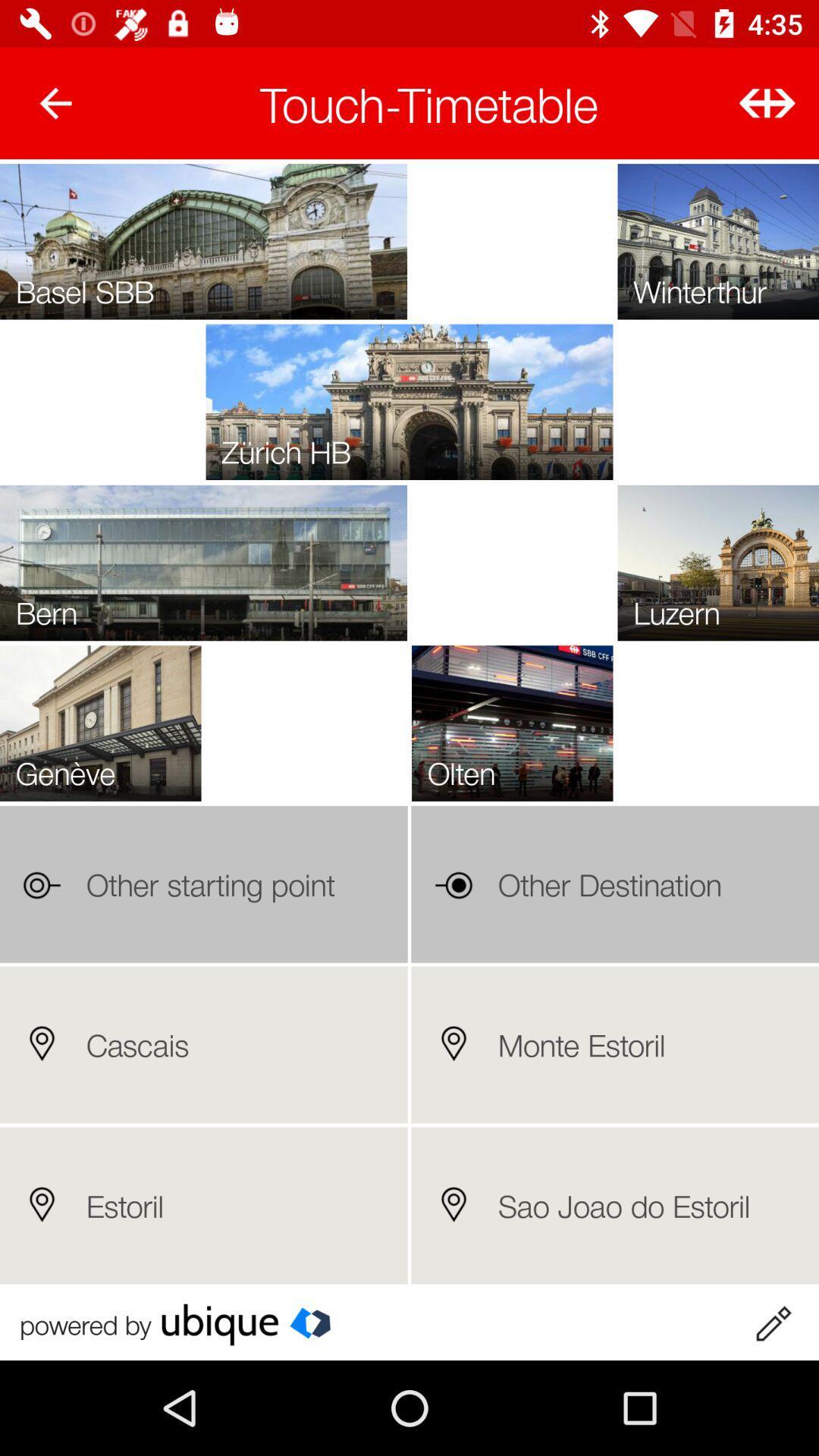  I want to click on the edit icon, so click(773, 1323).